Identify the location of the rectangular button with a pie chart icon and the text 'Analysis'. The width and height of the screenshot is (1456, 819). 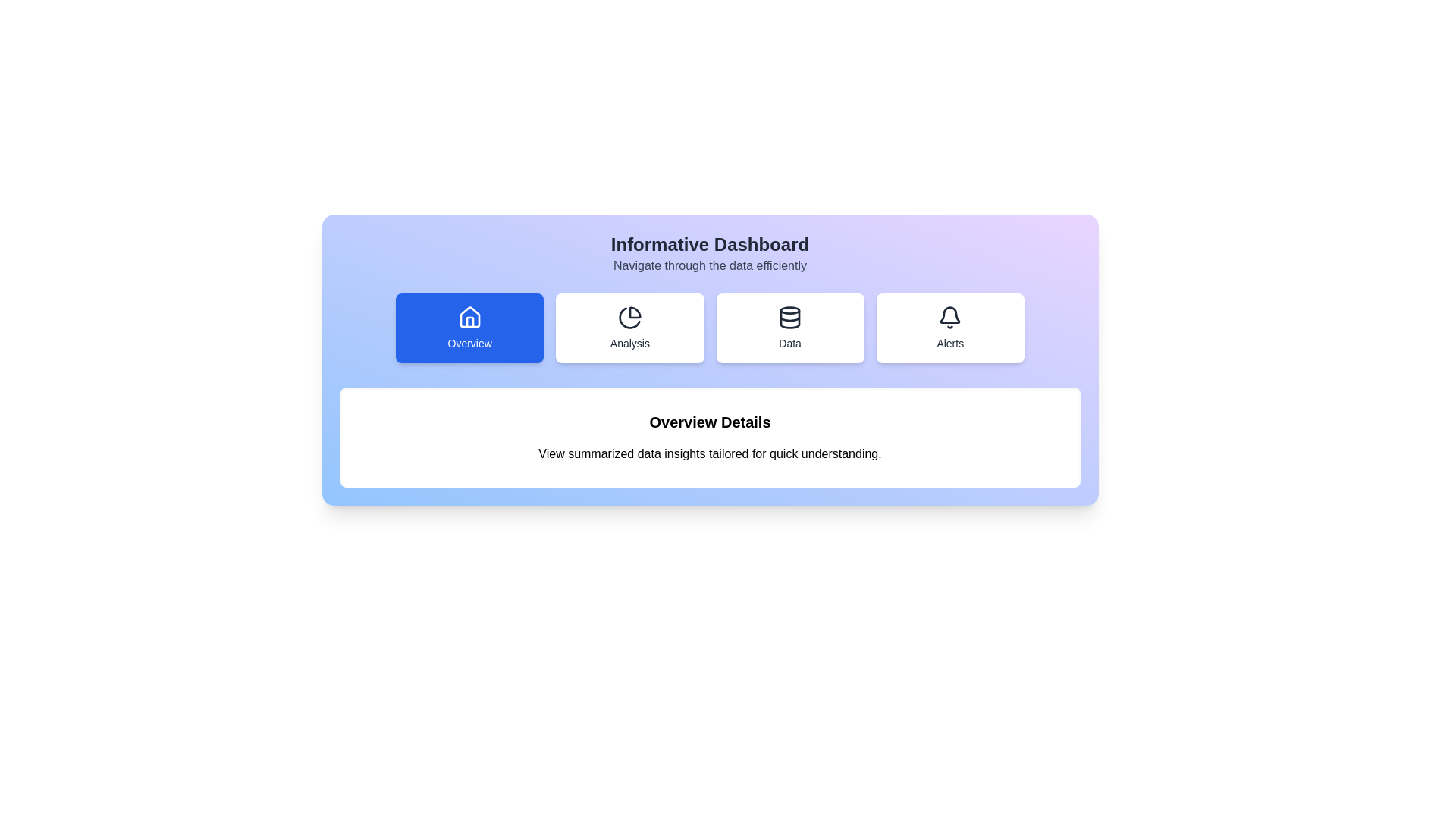
(629, 327).